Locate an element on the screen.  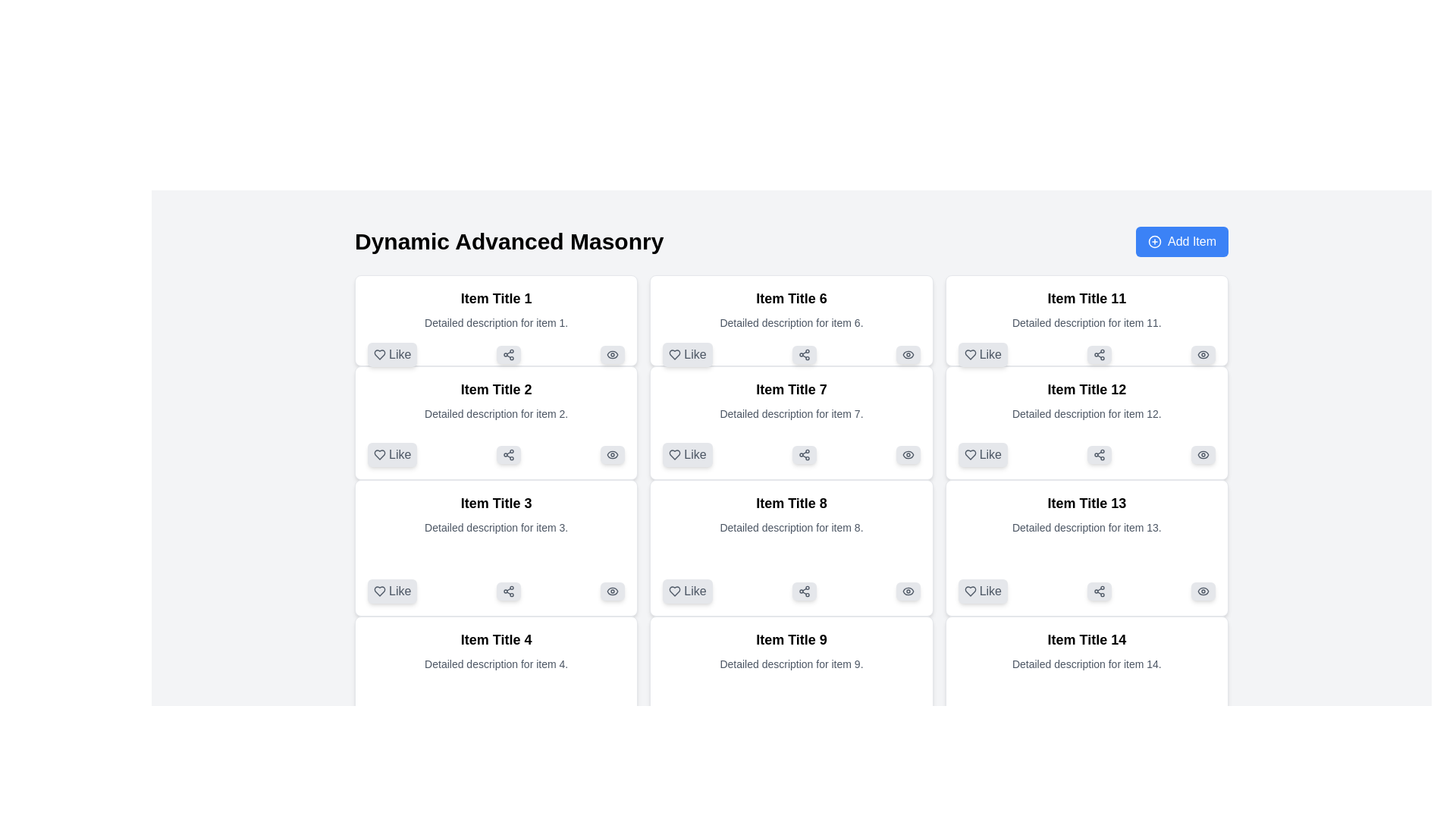
the 'like' button located in the bottom-left corner of the card for 'Item Title 1' to express a like for the content is located at coordinates (392, 354).